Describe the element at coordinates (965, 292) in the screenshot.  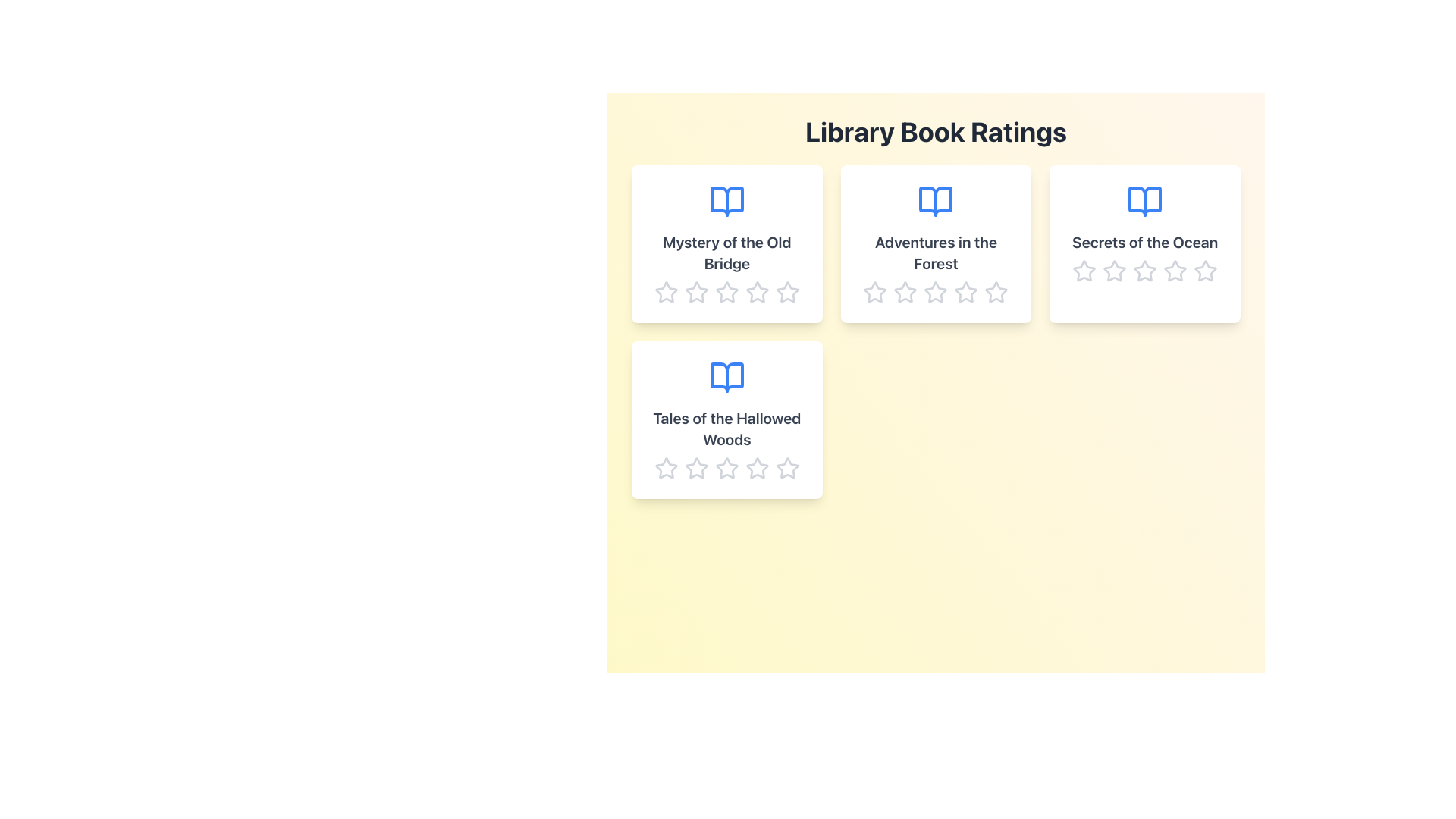
I see `the fourth star-shaped icon in the rating row under the 'Adventures in the Forest' section of the 'Library Book Ratings' interface to rate it` at that location.